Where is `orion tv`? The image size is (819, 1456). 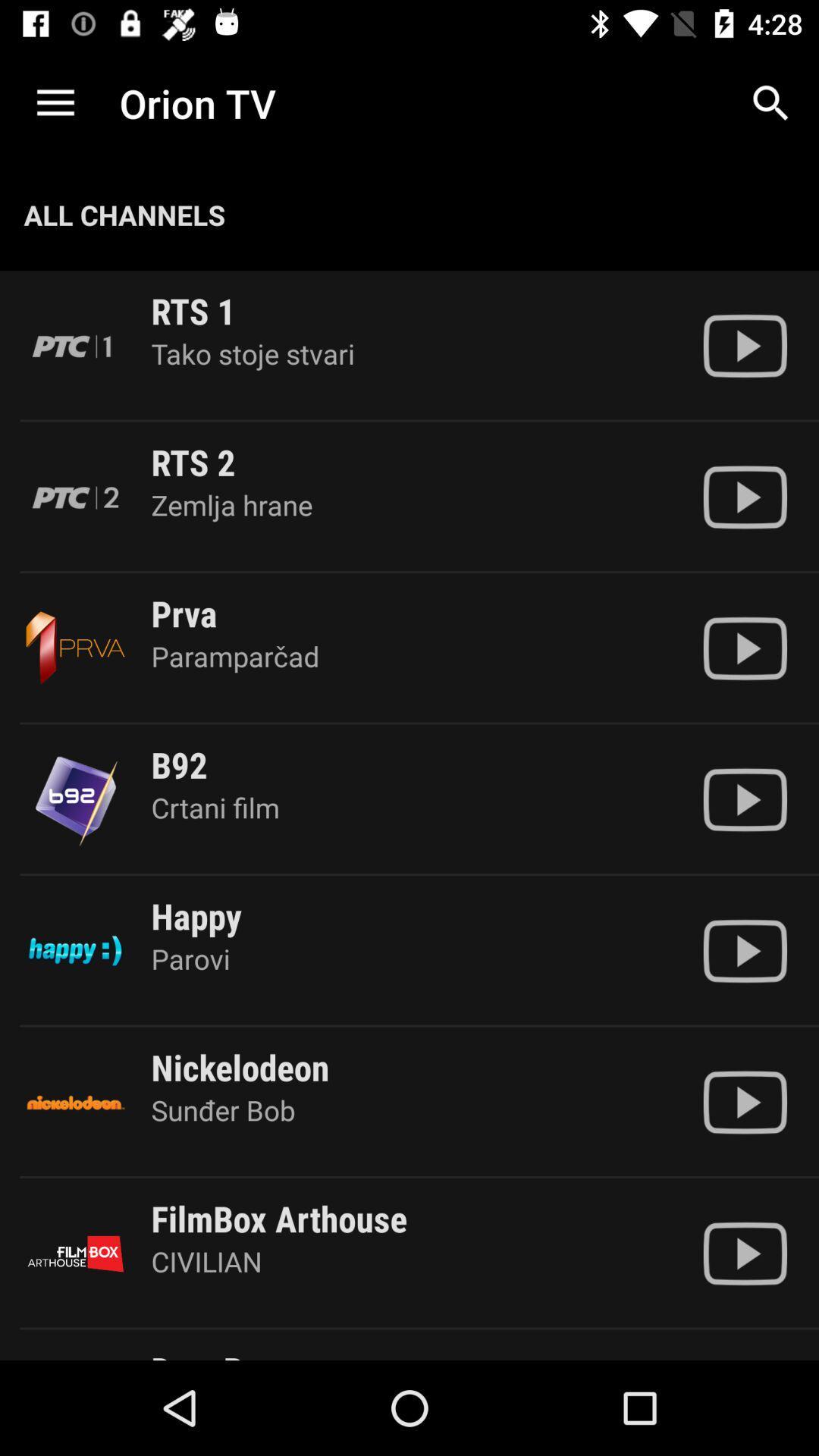
orion tv is located at coordinates (744, 950).